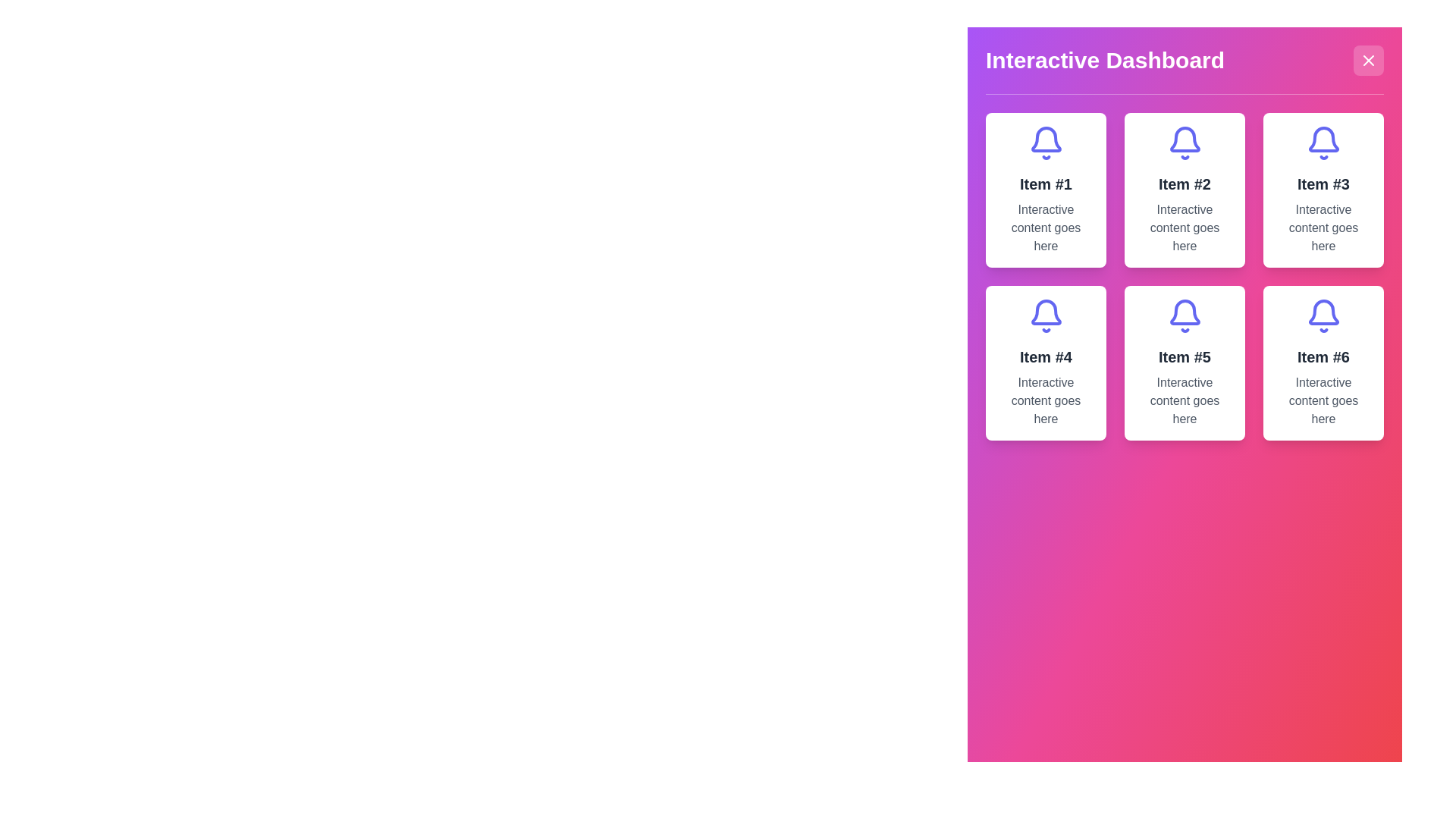  What do you see at coordinates (1184, 312) in the screenshot?
I see `the bell-shaped icon with an indigo stroke, located within the 'Item #5' card in the interactive dashboard modal` at bounding box center [1184, 312].